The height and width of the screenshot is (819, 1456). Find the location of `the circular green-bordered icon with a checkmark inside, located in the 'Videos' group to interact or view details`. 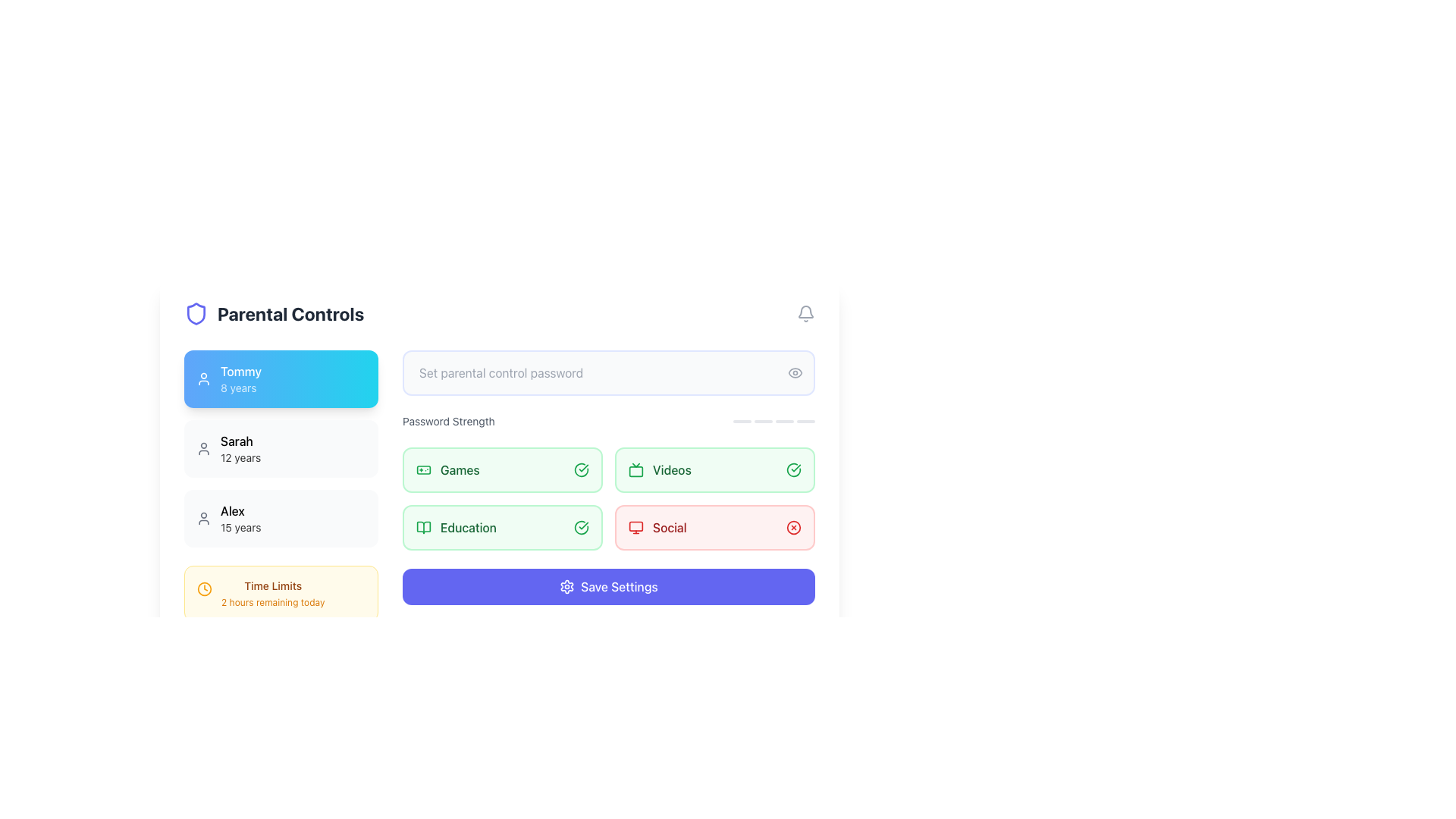

the circular green-bordered icon with a checkmark inside, located in the 'Videos' group to interact or view details is located at coordinates (792, 469).